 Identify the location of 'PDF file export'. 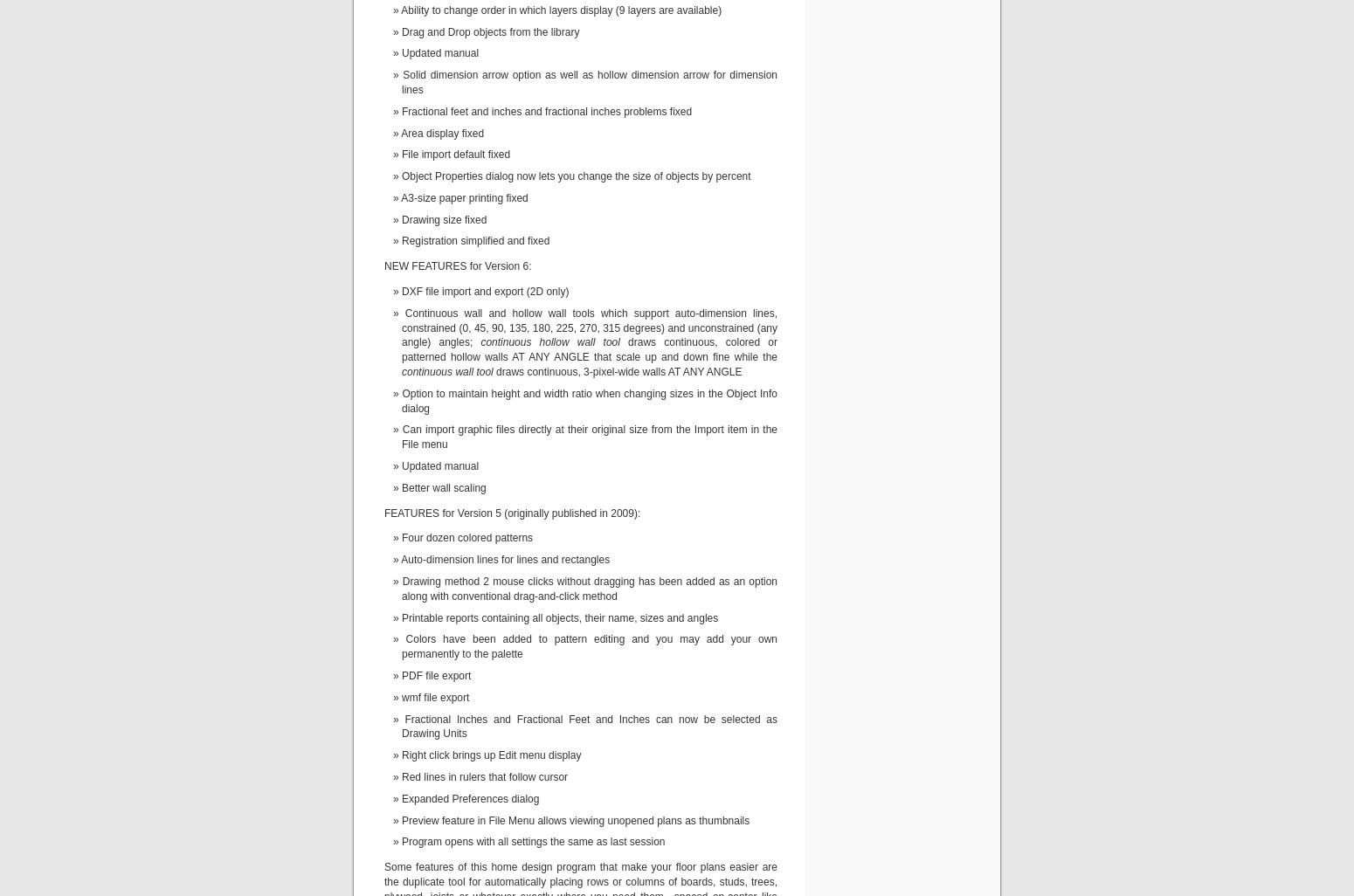
(402, 675).